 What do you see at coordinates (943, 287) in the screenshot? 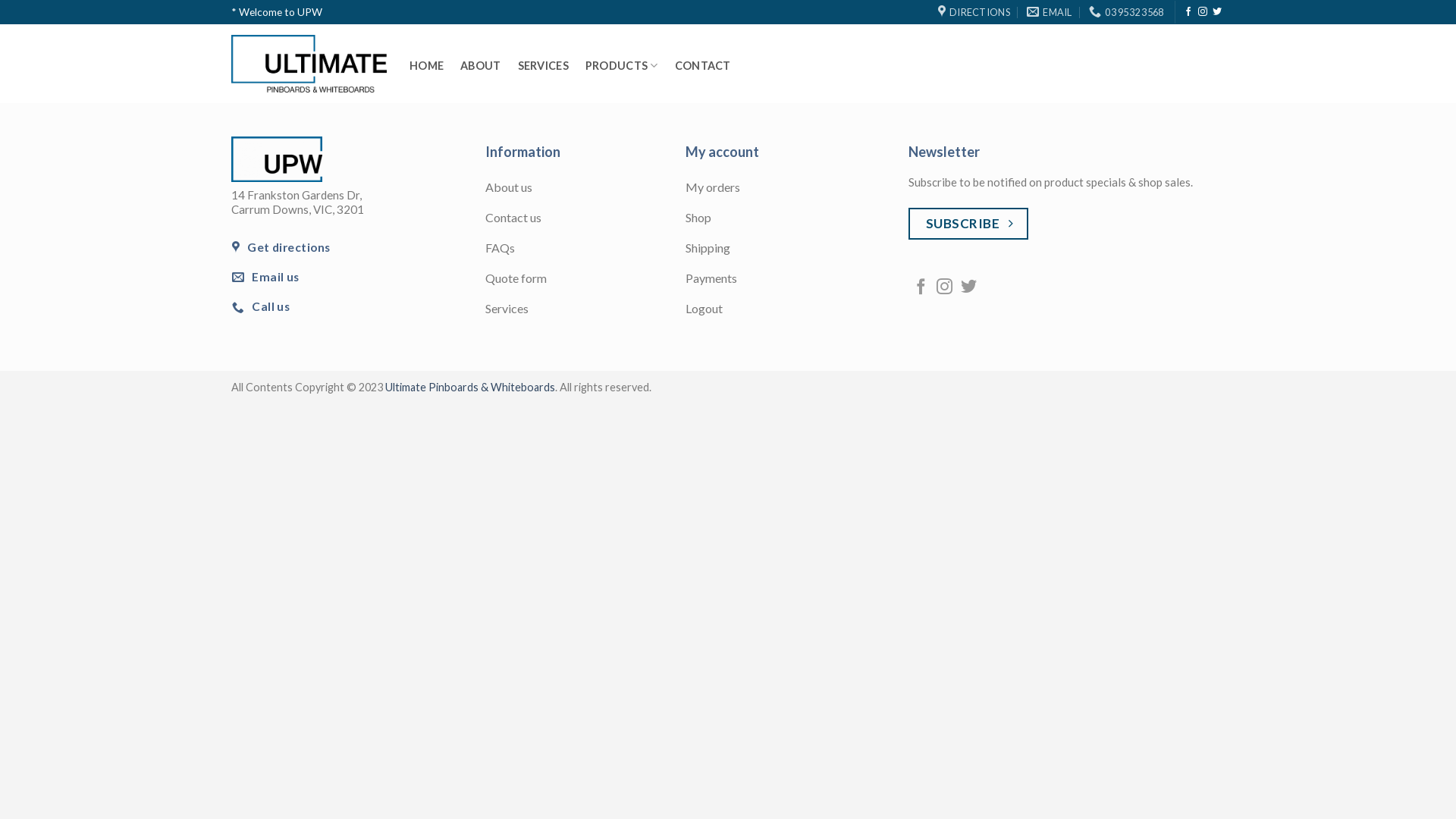
I see `'Follow on Instagram'` at bounding box center [943, 287].